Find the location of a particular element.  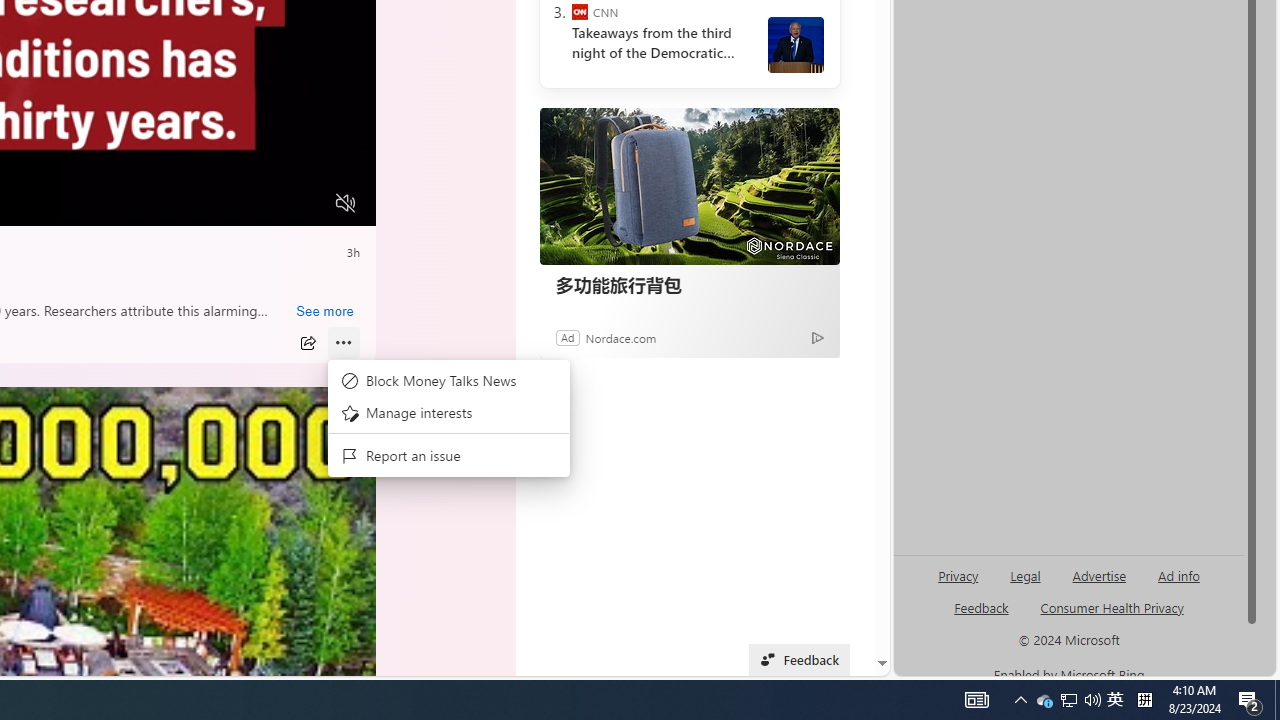

'Block Money Talks News menu item' is located at coordinates (447, 381).